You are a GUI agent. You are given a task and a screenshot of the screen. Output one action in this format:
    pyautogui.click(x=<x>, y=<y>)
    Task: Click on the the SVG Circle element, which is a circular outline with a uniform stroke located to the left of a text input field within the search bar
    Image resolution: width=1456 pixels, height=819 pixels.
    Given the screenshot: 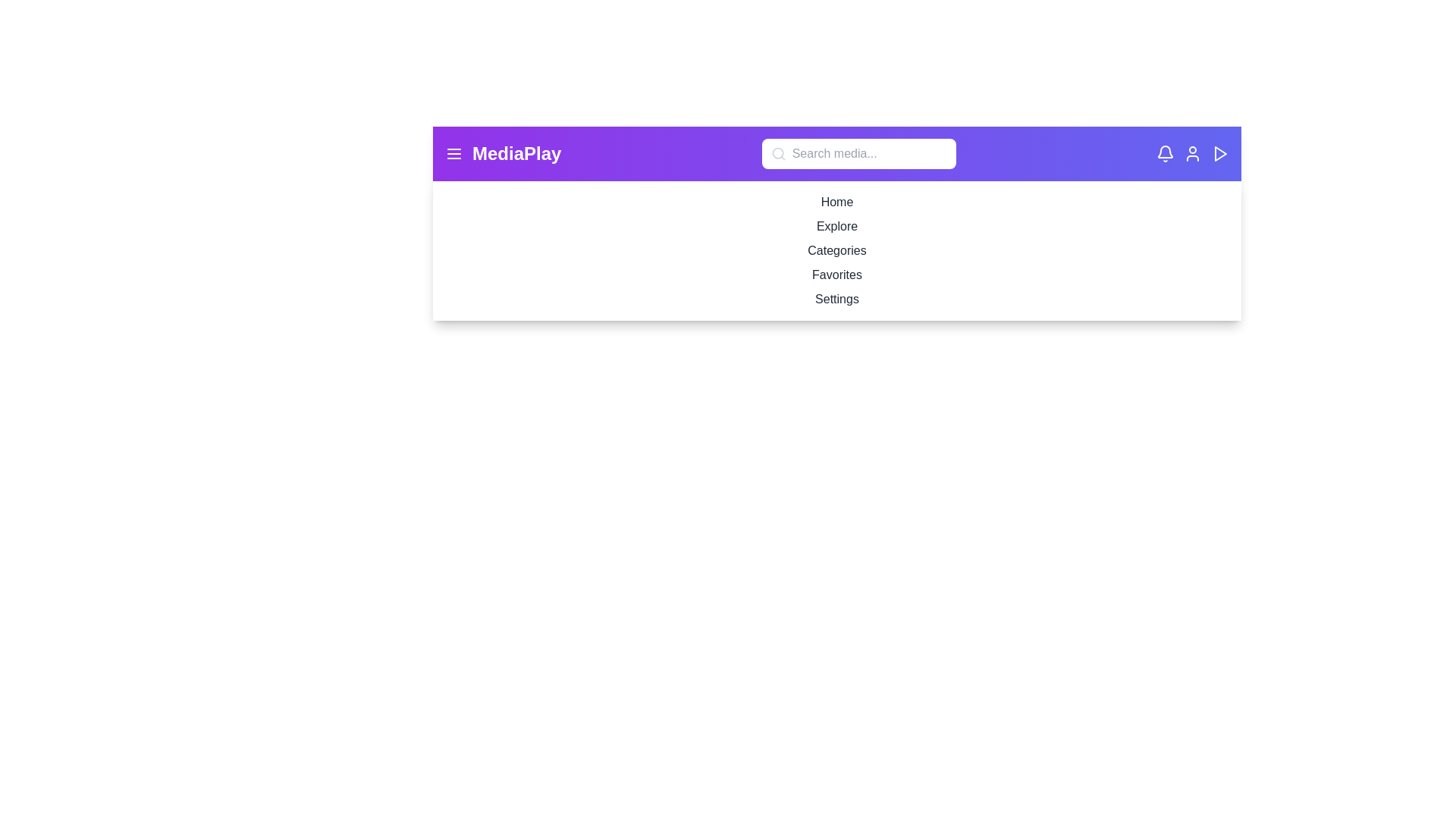 What is the action you would take?
    pyautogui.click(x=777, y=153)
    